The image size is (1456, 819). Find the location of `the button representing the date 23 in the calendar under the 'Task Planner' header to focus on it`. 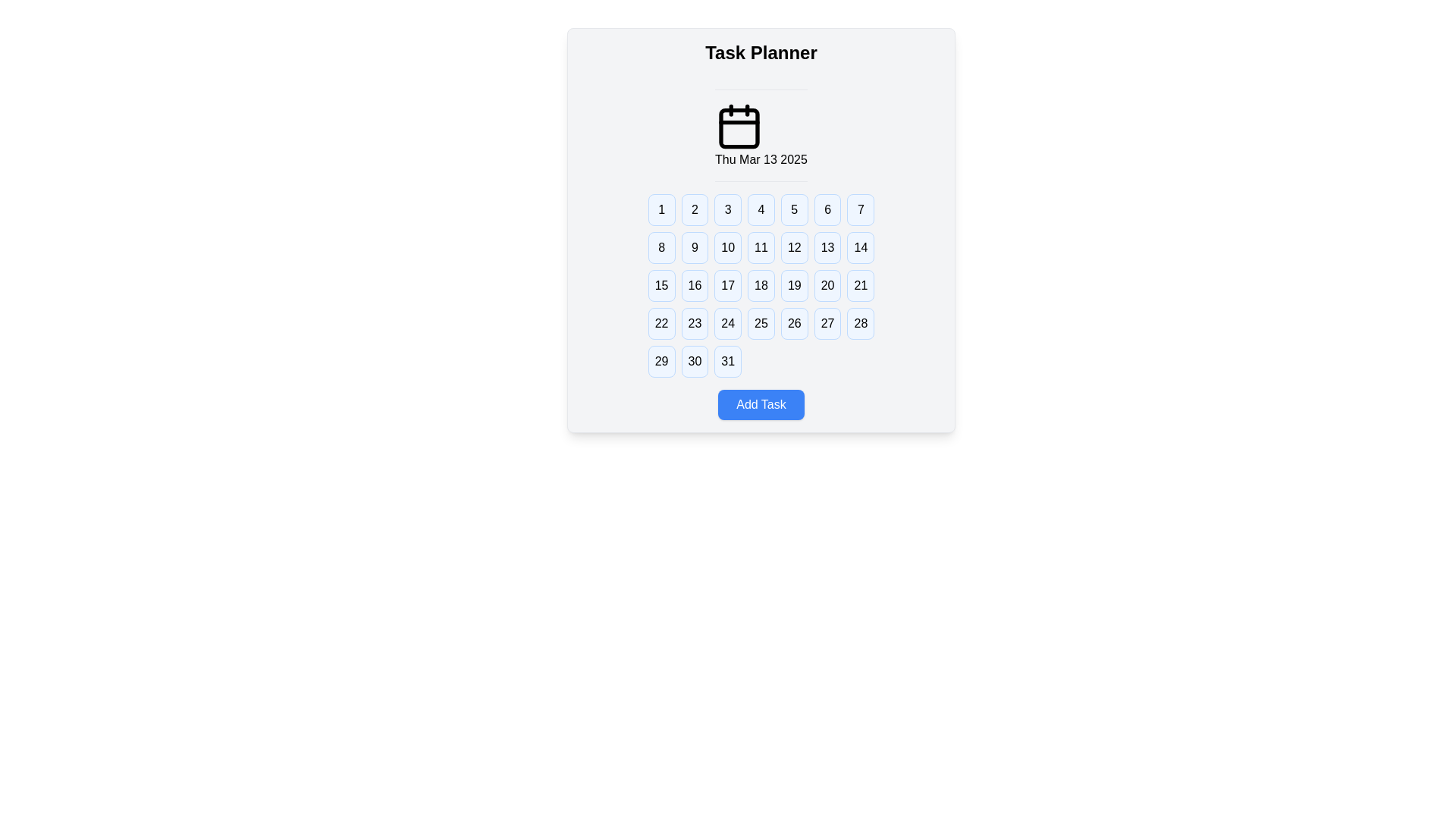

the button representing the date 23 in the calendar under the 'Task Planner' header to focus on it is located at coordinates (694, 323).